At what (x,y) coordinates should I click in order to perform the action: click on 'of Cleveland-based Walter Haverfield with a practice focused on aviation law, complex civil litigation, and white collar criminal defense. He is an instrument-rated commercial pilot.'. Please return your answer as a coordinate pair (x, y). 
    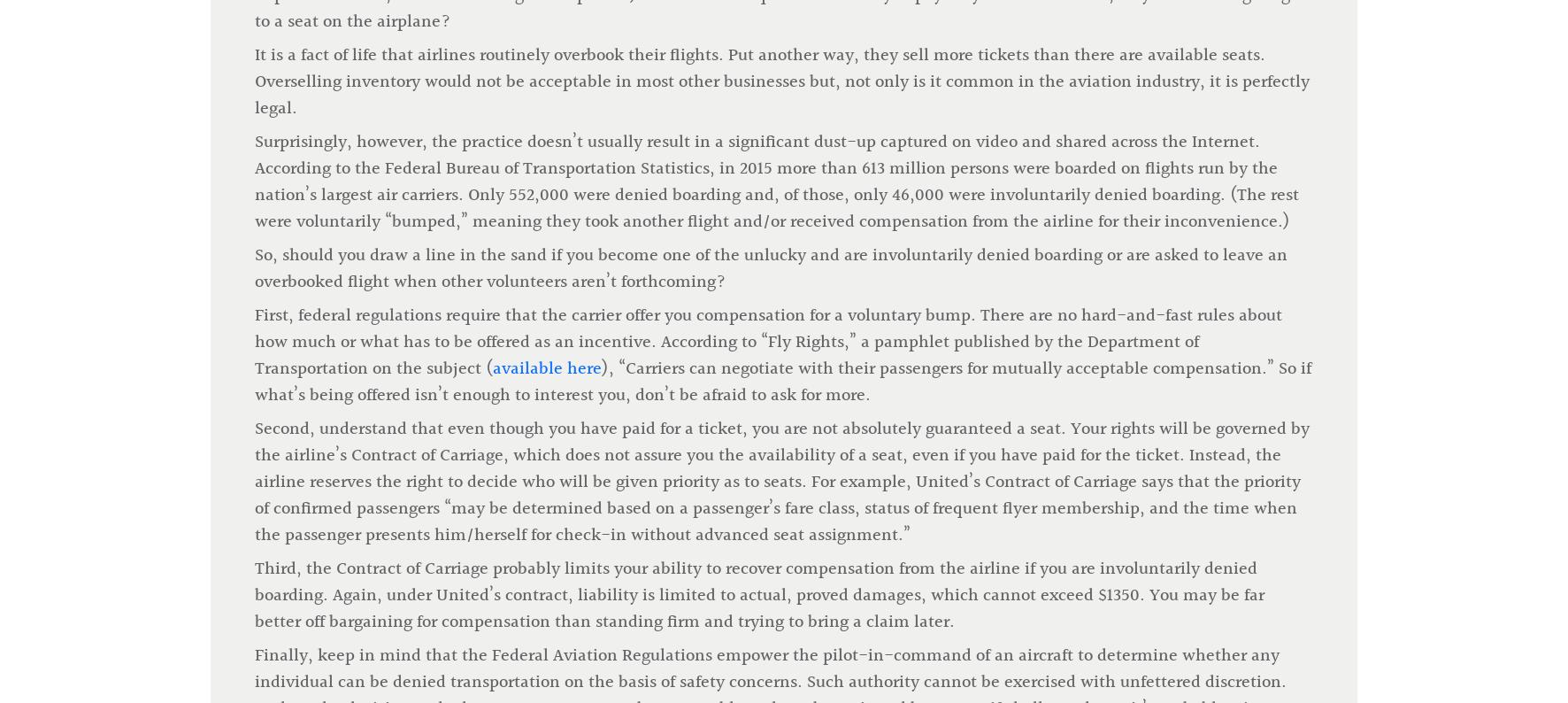
    Looking at the image, I should click on (767, 574).